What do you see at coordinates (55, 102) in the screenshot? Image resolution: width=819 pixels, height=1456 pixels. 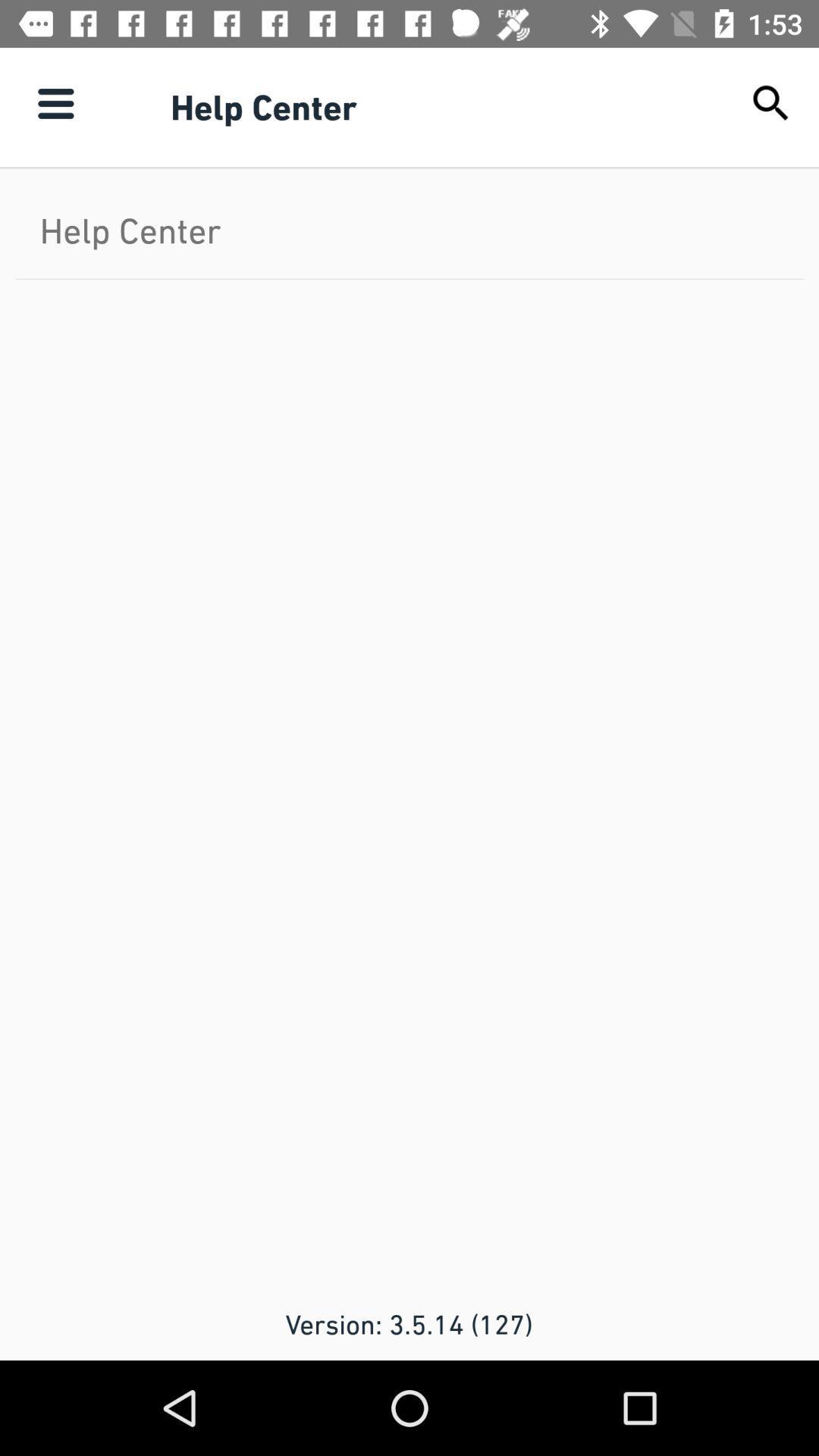 I see `the item above the help center item` at bounding box center [55, 102].